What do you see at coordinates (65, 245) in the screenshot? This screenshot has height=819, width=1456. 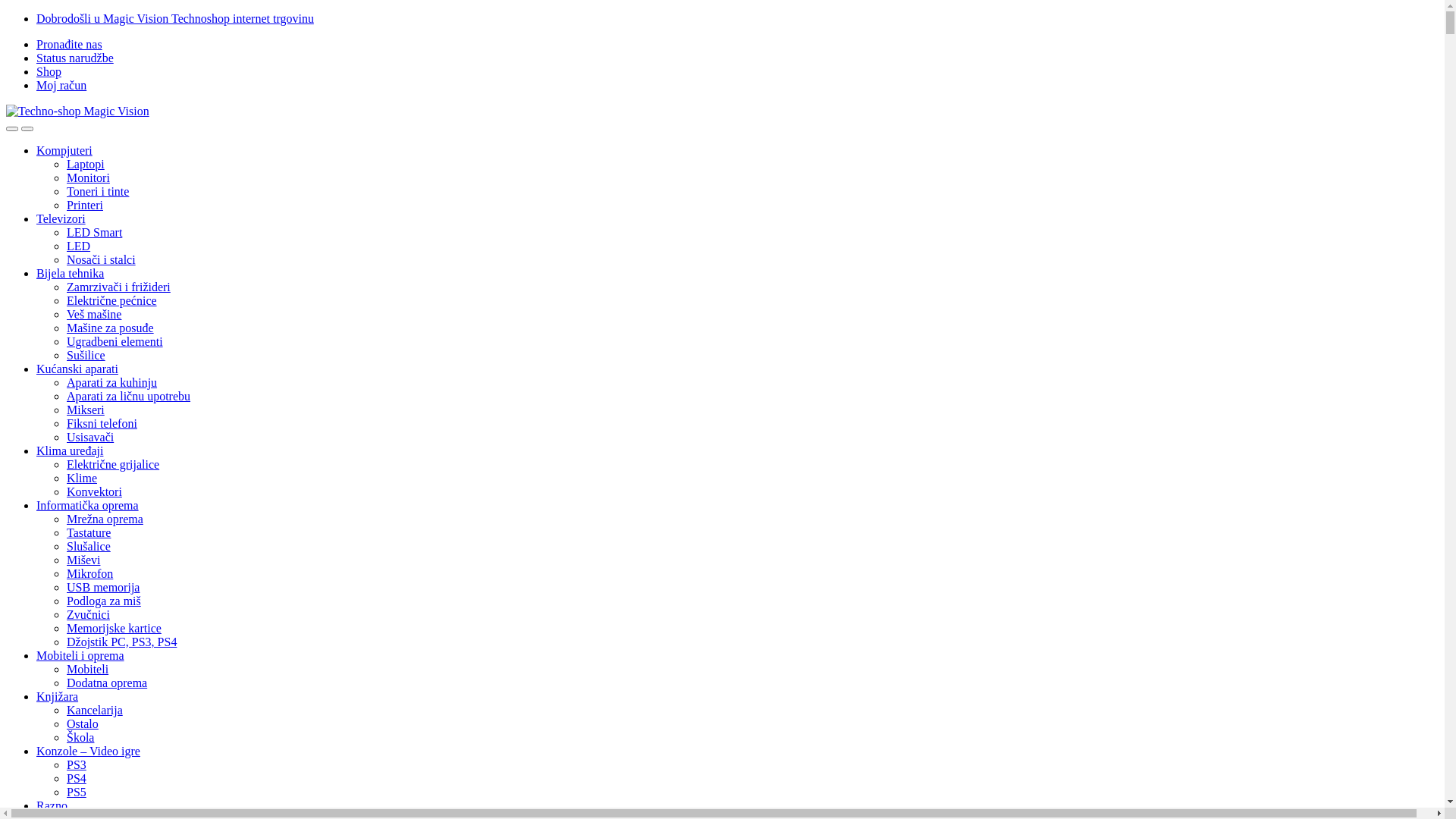 I see `'LED'` at bounding box center [65, 245].